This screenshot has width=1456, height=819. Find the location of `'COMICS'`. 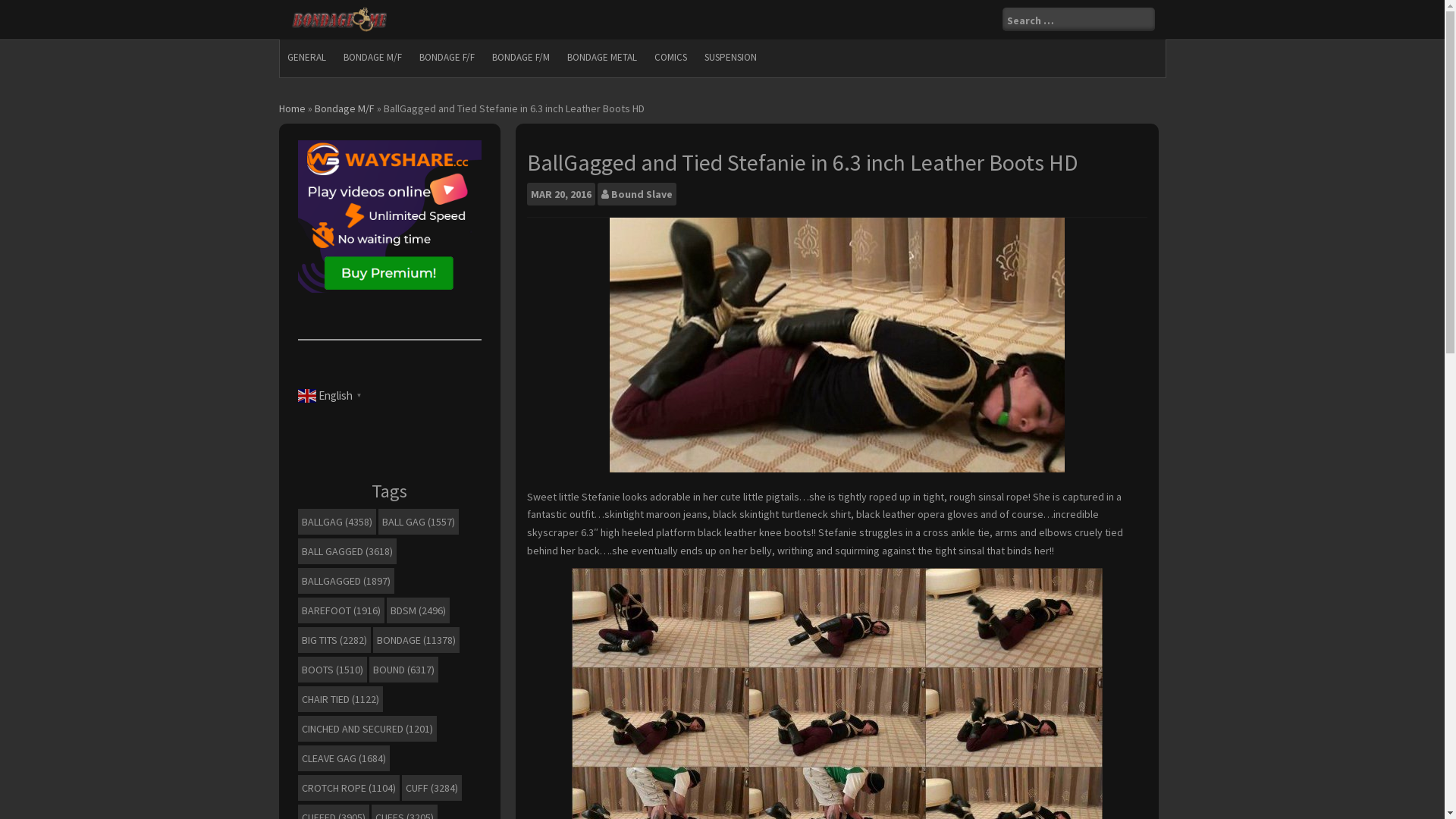

'COMICS' is located at coordinates (669, 57).